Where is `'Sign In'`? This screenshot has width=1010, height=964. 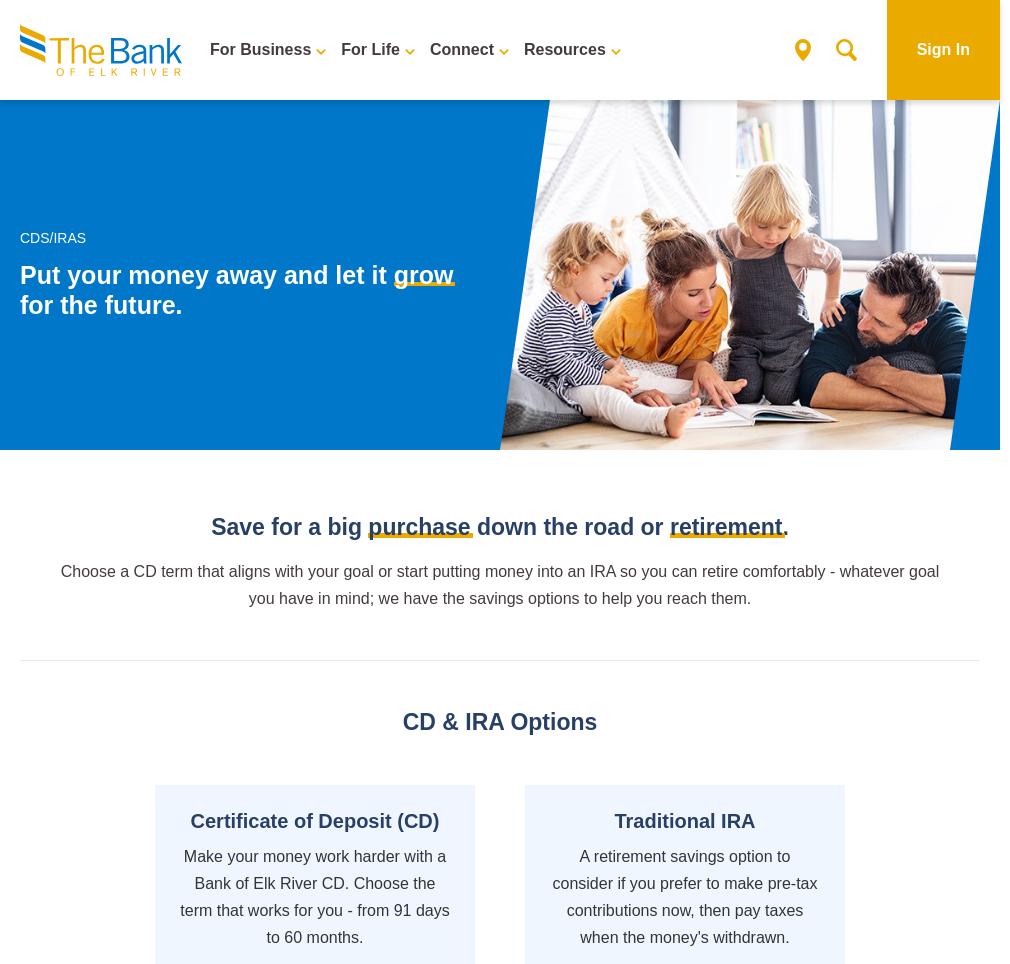
'Sign In' is located at coordinates (943, 49).